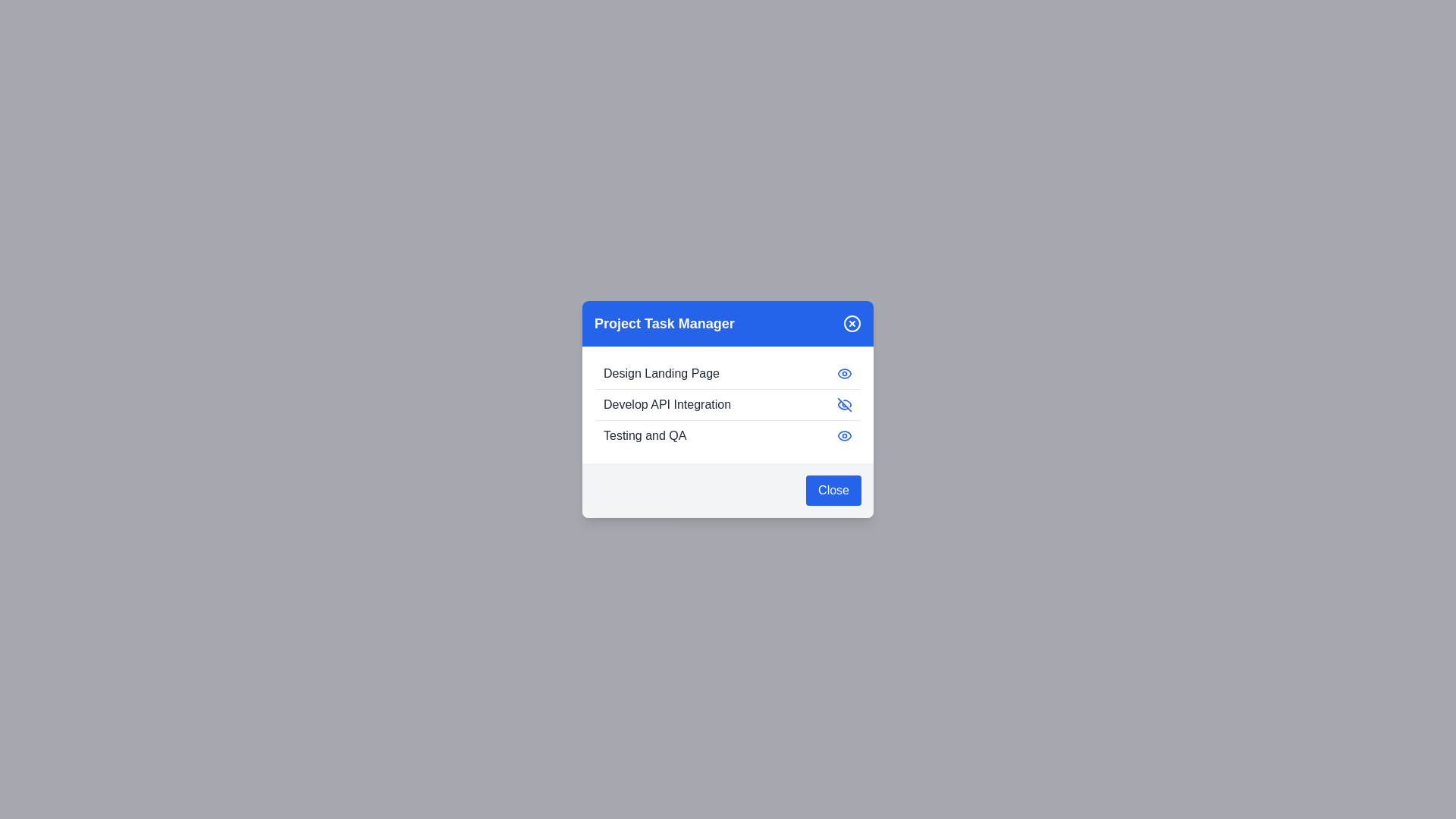 The width and height of the screenshot is (1456, 819). Describe the element at coordinates (852, 323) in the screenshot. I see `the X Icon to close the dialog` at that location.